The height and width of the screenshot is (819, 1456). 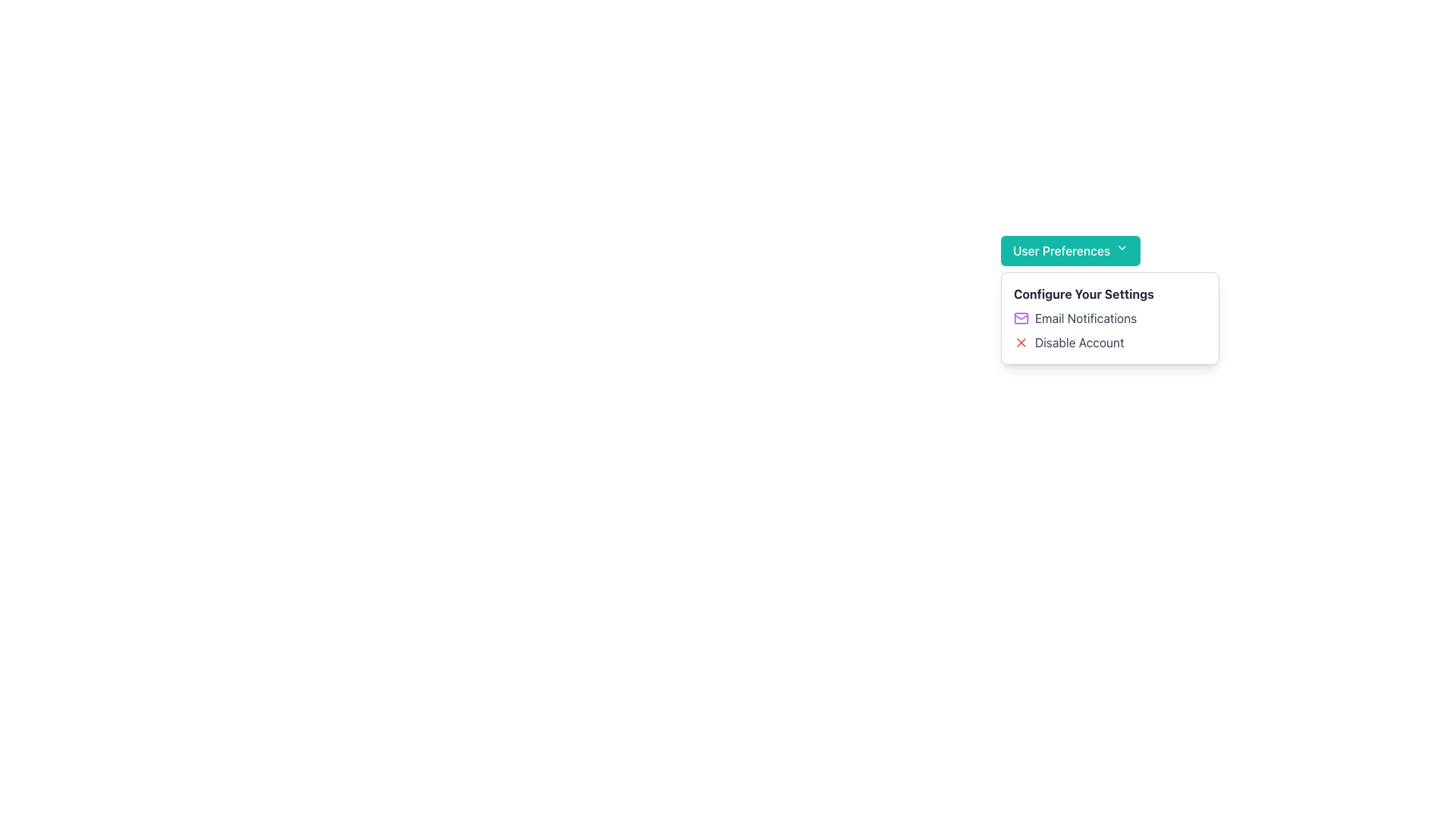 I want to click on the 'Disable Account' text label with a red cross icon, which is the second item in the 'Configure Your Settings' section, so click(x=1109, y=342).